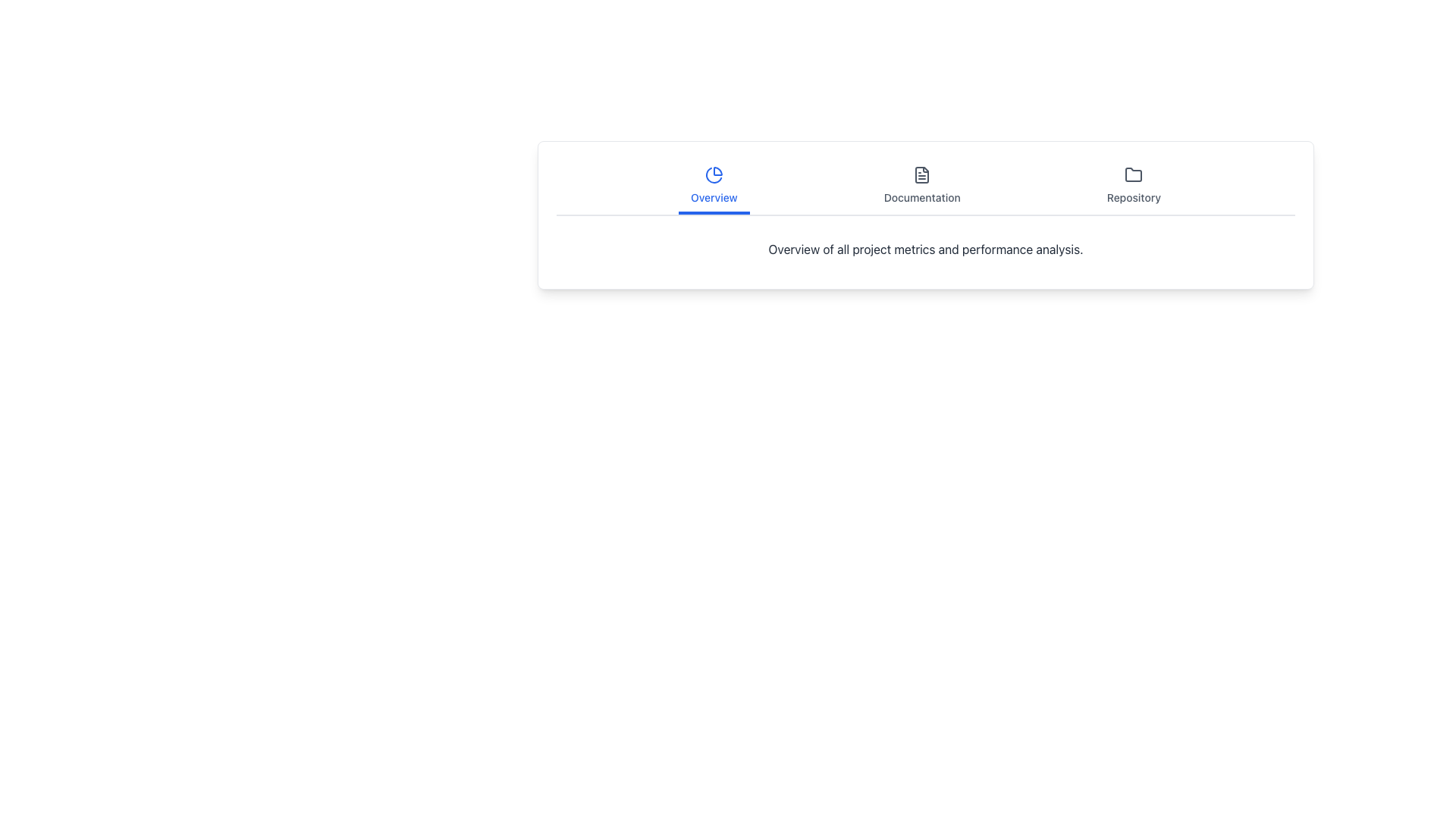 The width and height of the screenshot is (1456, 819). What do you see at coordinates (1134, 186) in the screenshot?
I see `the 'Repository' button located in the third position of the horizontal navigation bar` at bounding box center [1134, 186].